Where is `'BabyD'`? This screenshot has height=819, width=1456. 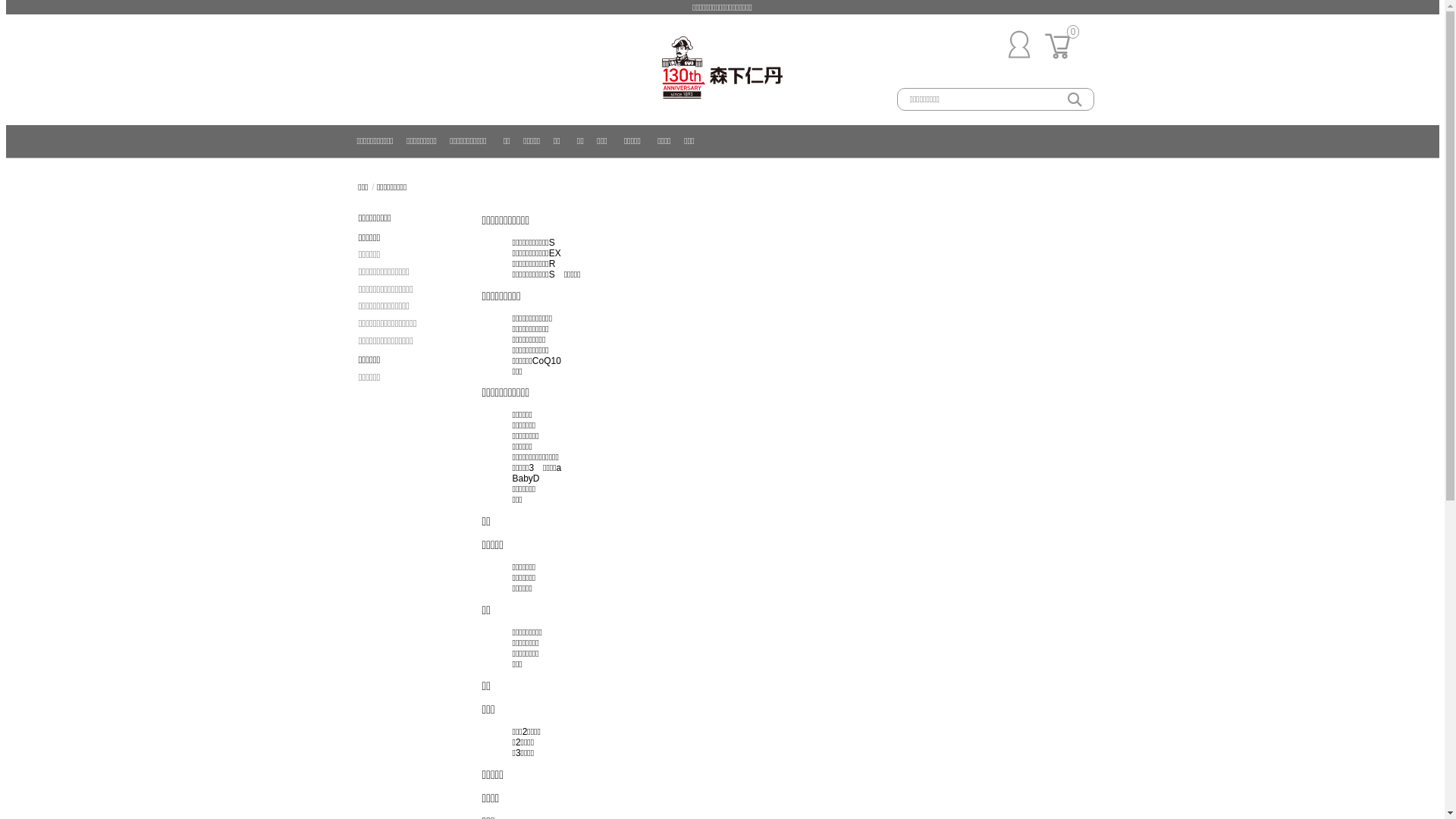 'BabyD' is located at coordinates (526, 479).